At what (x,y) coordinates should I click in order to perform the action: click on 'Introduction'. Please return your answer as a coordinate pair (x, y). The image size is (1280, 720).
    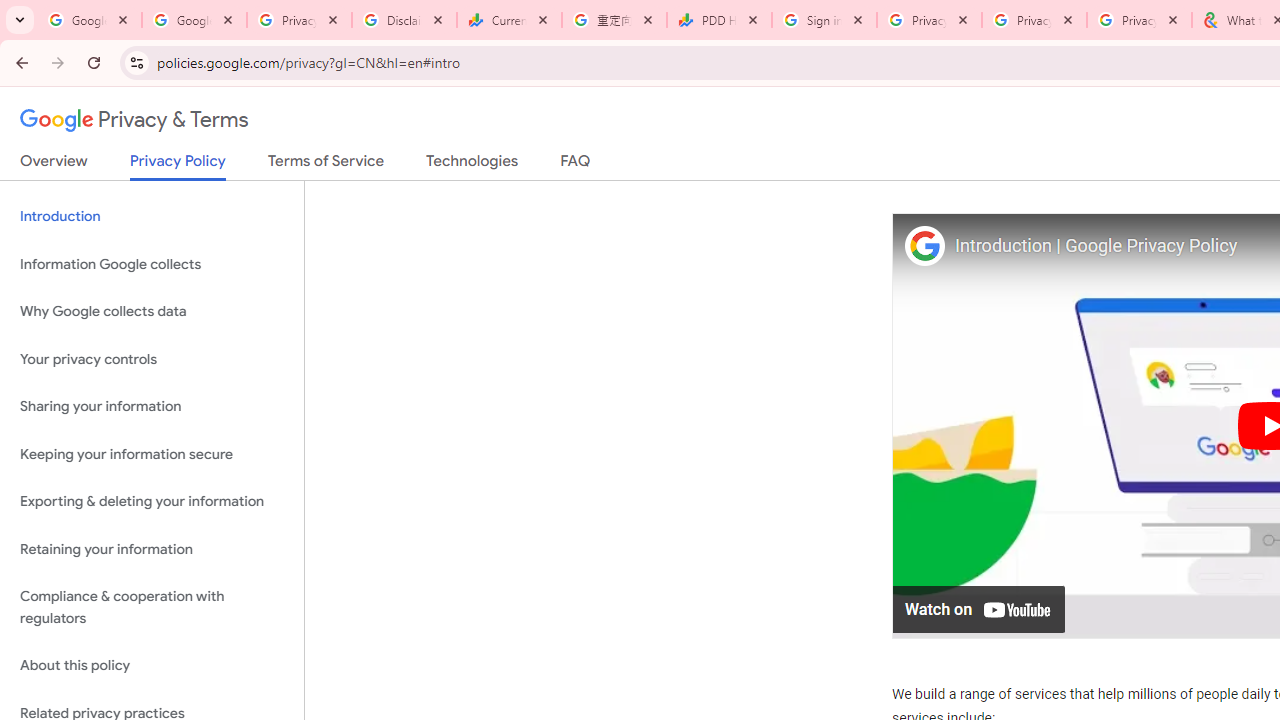
    Looking at the image, I should click on (151, 217).